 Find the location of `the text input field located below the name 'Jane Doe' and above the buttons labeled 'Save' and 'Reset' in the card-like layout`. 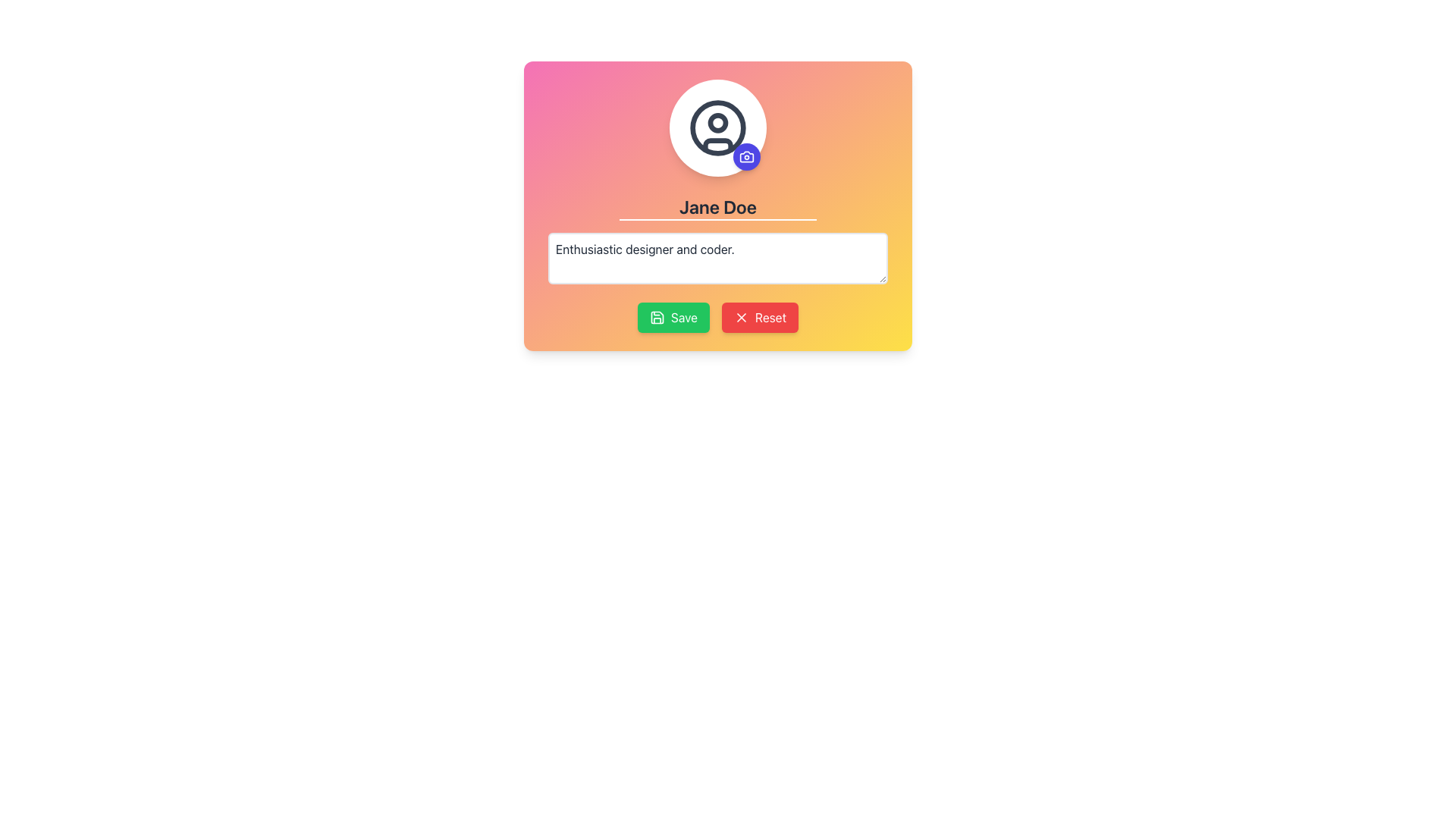

the text input field located below the name 'Jane Doe' and above the buttons labeled 'Save' and 'Reset' in the card-like layout is located at coordinates (717, 257).